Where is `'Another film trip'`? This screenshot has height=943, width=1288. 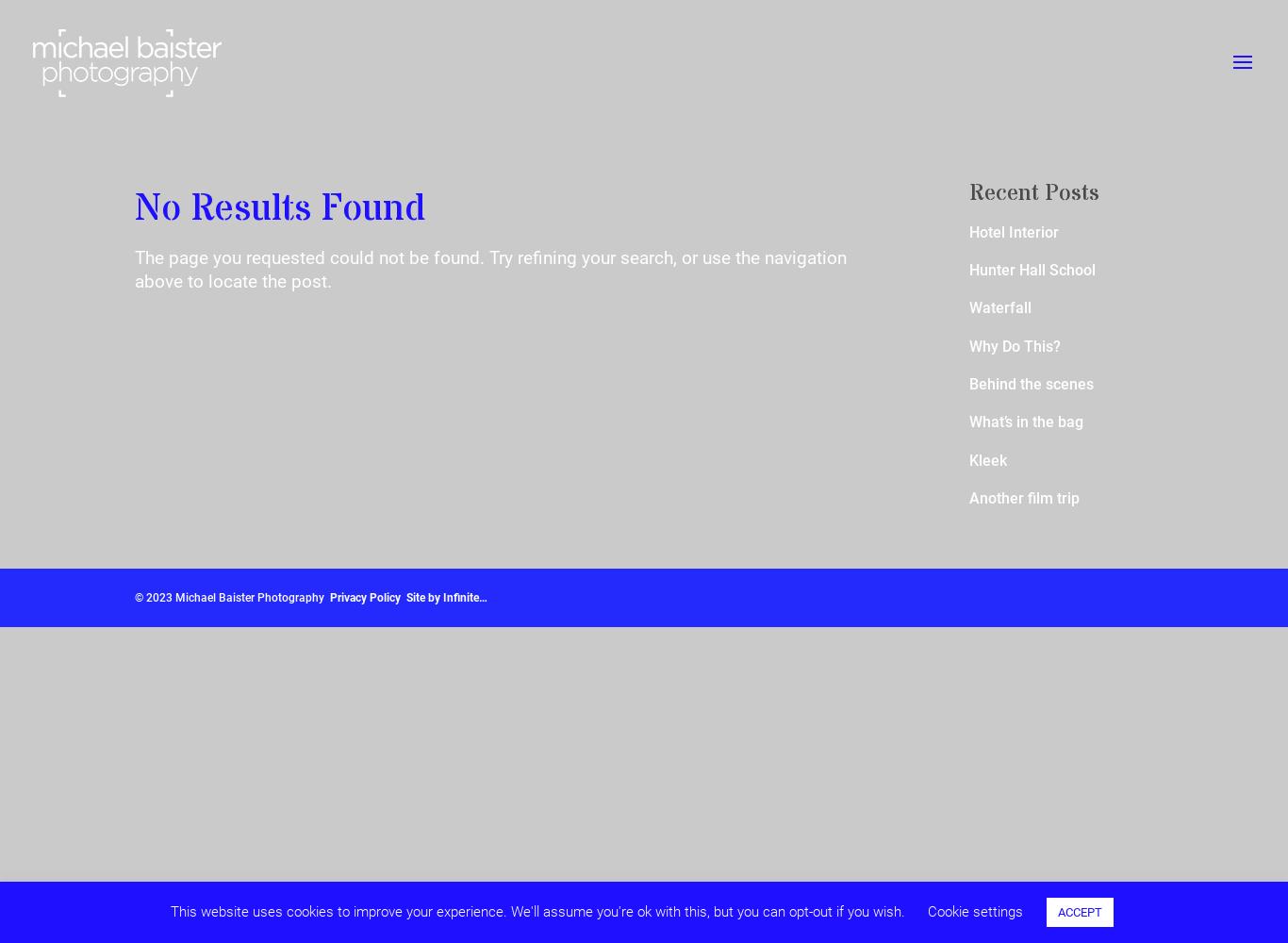
'Another film trip' is located at coordinates (1022, 497).